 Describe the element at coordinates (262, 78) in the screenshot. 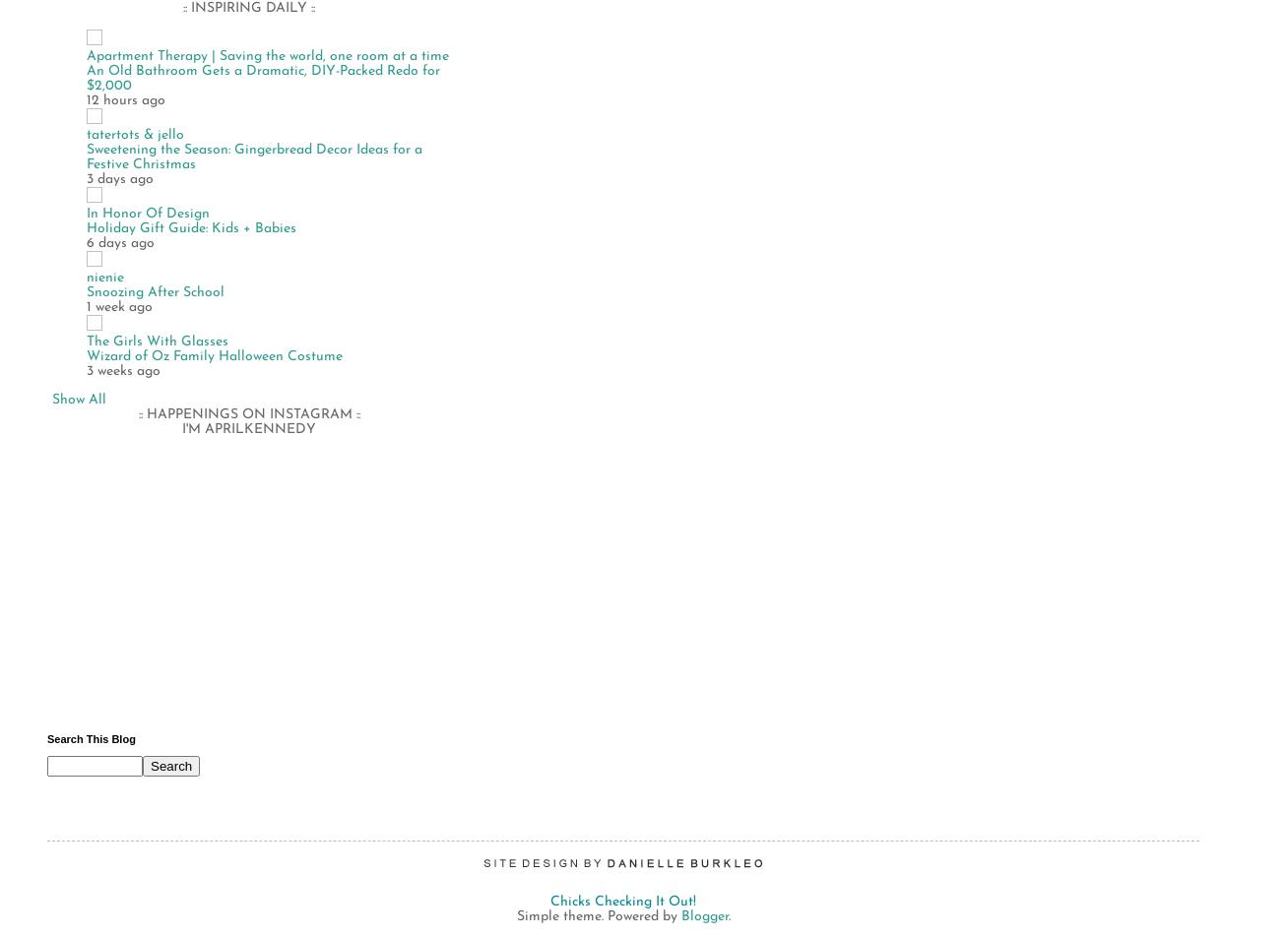

I see `'An Old Bathroom Gets a Dramatic, DIY-Packed Redo for $2,000'` at that location.